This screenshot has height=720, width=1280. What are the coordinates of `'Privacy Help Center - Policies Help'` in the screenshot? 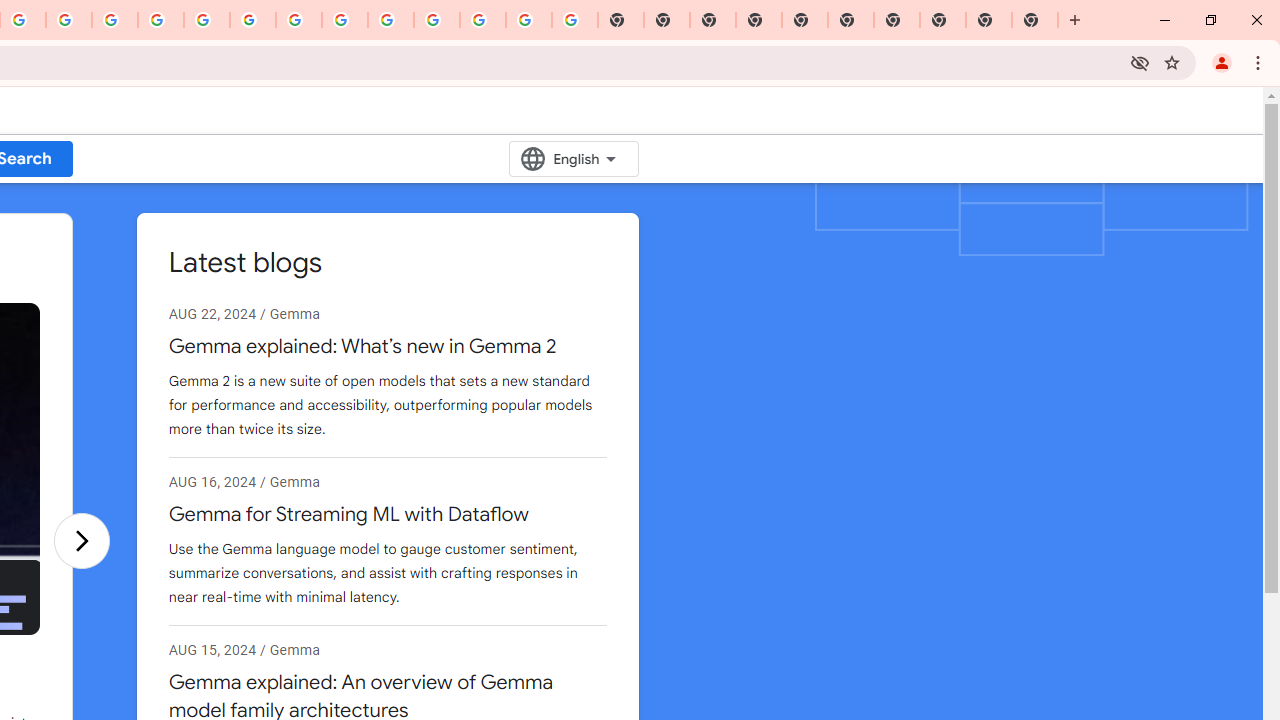 It's located at (114, 20).